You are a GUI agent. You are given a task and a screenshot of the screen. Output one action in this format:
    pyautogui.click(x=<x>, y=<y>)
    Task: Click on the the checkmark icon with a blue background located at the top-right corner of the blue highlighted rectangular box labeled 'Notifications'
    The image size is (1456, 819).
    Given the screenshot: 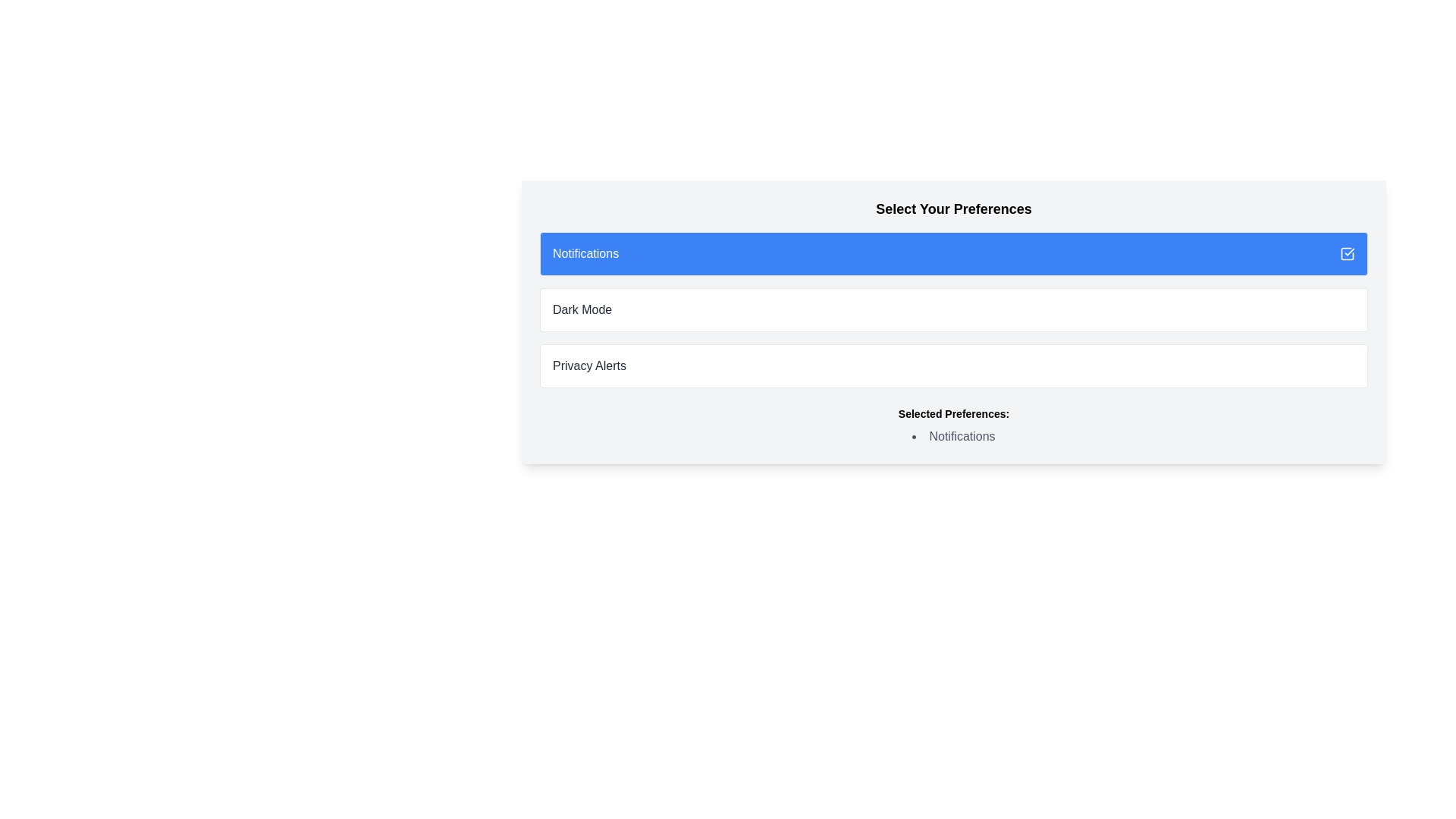 What is the action you would take?
    pyautogui.click(x=1347, y=253)
    